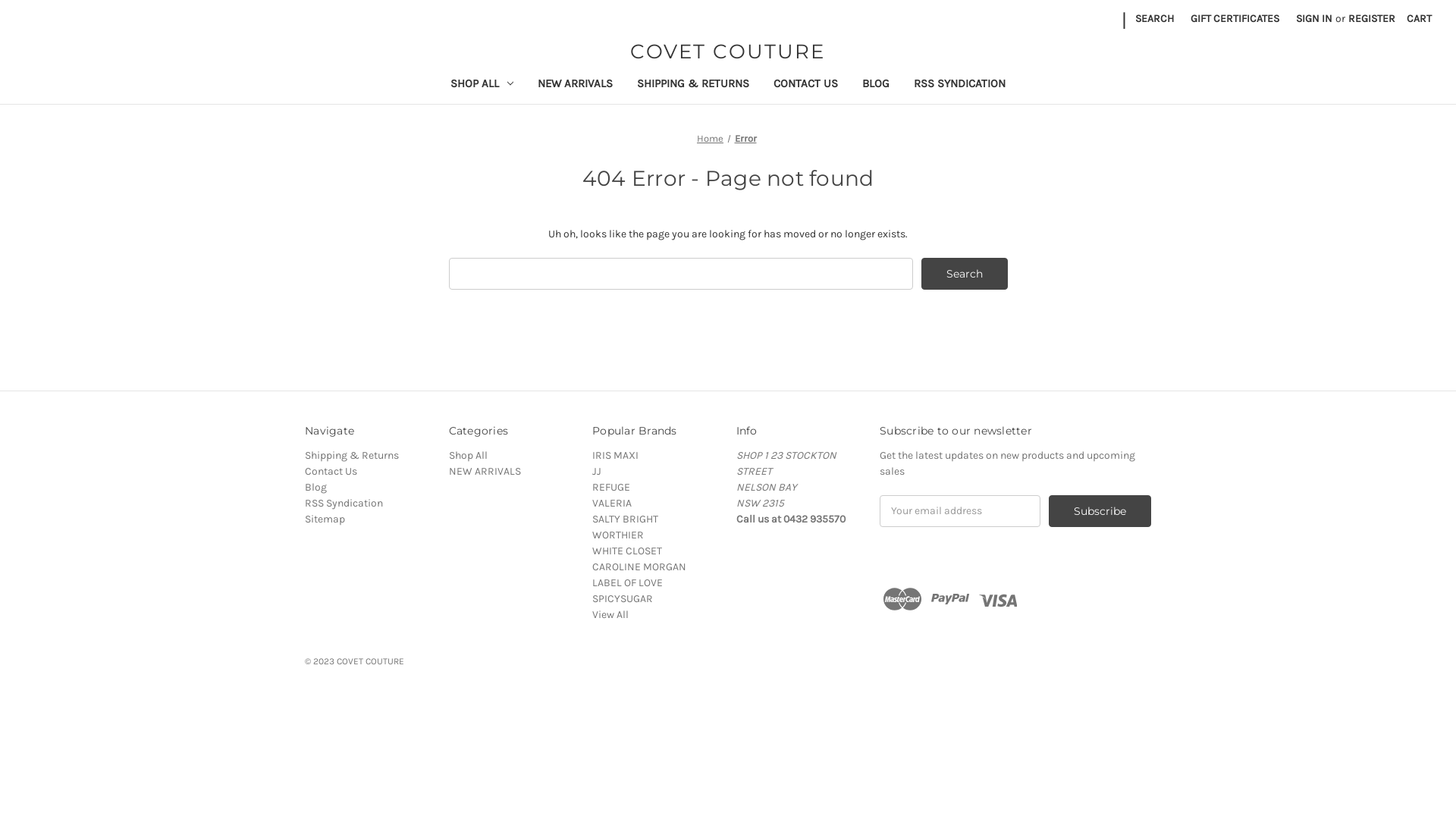 The width and height of the screenshot is (1456, 819). What do you see at coordinates (343, 503) in the screenshot?
I see `'RSS Syndication'` at bounding box center [343, 503].